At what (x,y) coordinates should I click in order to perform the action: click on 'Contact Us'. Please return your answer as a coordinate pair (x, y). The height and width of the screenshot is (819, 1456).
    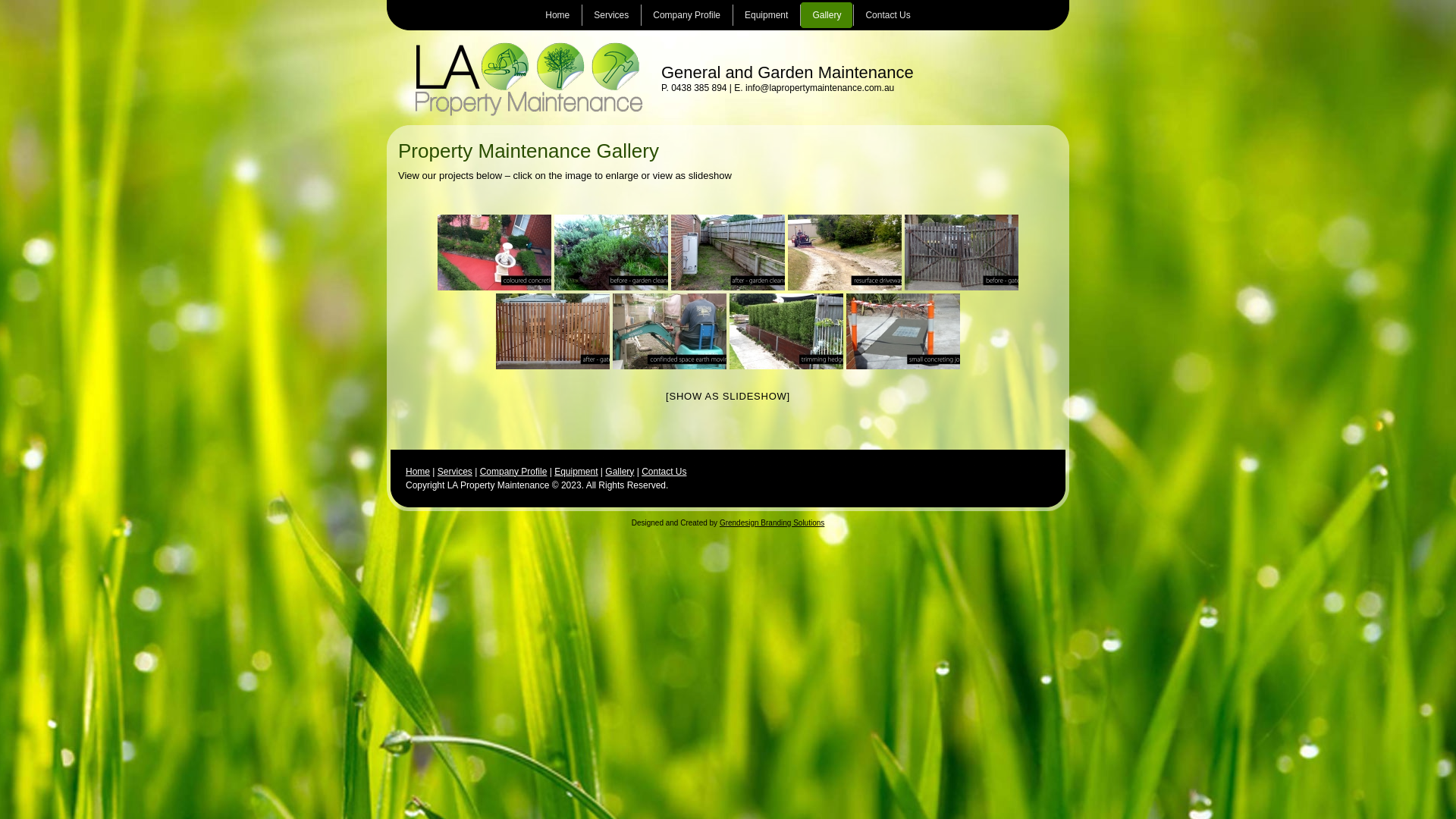
    Looking at the image, I should click on (887, 14).